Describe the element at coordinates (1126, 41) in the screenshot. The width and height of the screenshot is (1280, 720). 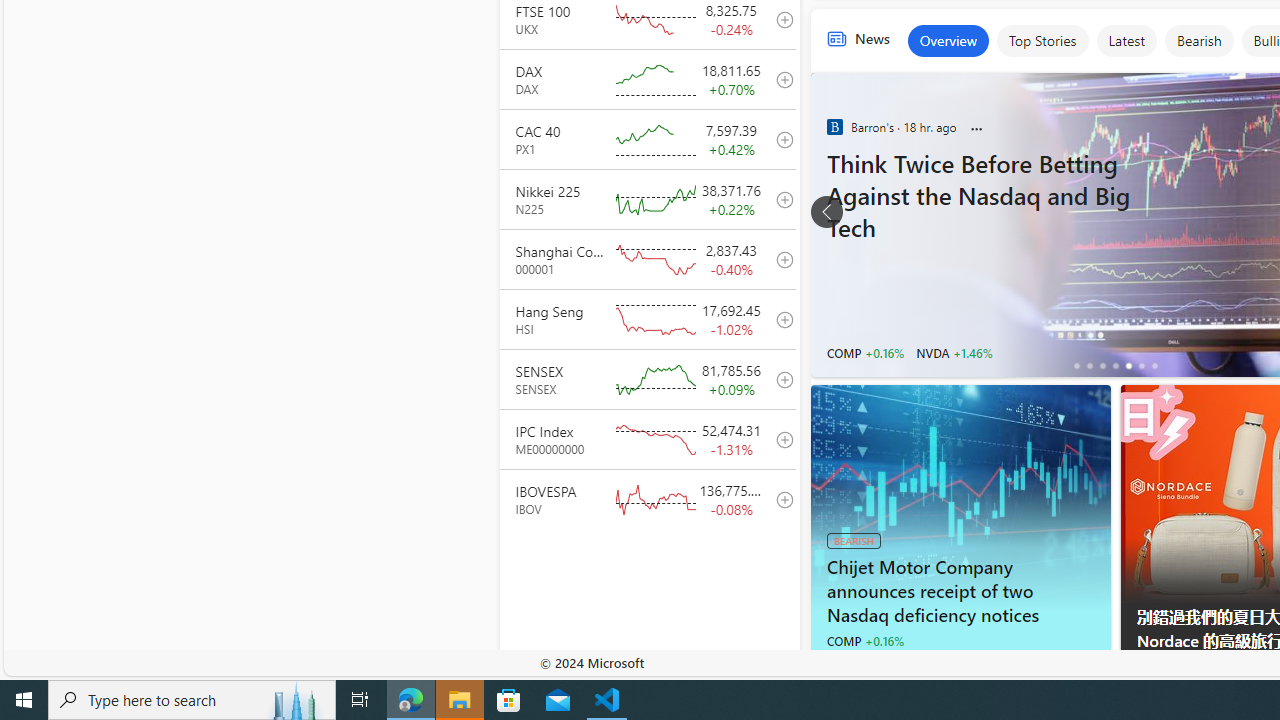
I see `'Latest'` at that location.